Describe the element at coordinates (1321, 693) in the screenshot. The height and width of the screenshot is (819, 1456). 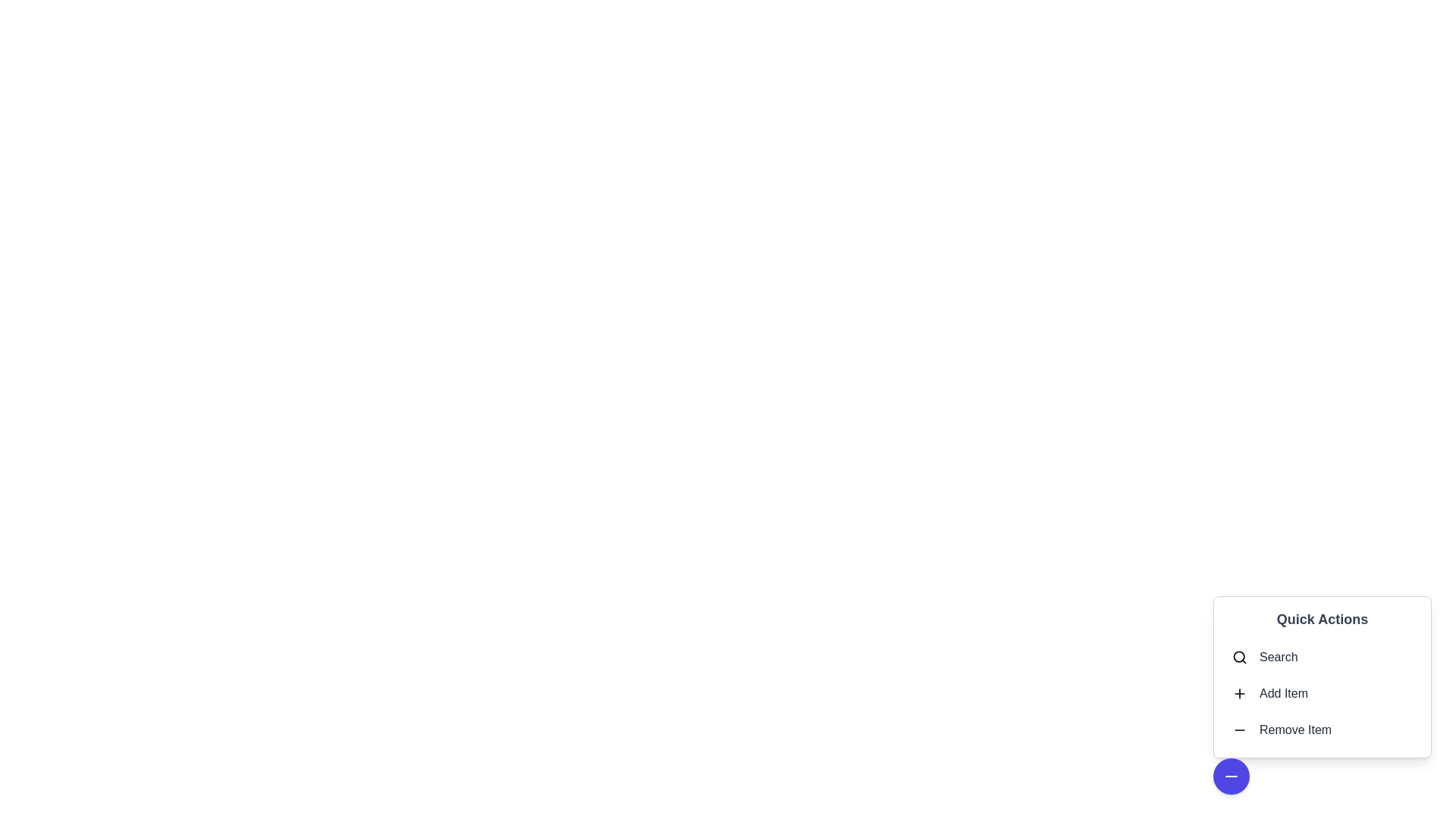
I see `the 'Add Item' button, which features a plus sign icon and is located in the vertical quick actions menu` at that location.